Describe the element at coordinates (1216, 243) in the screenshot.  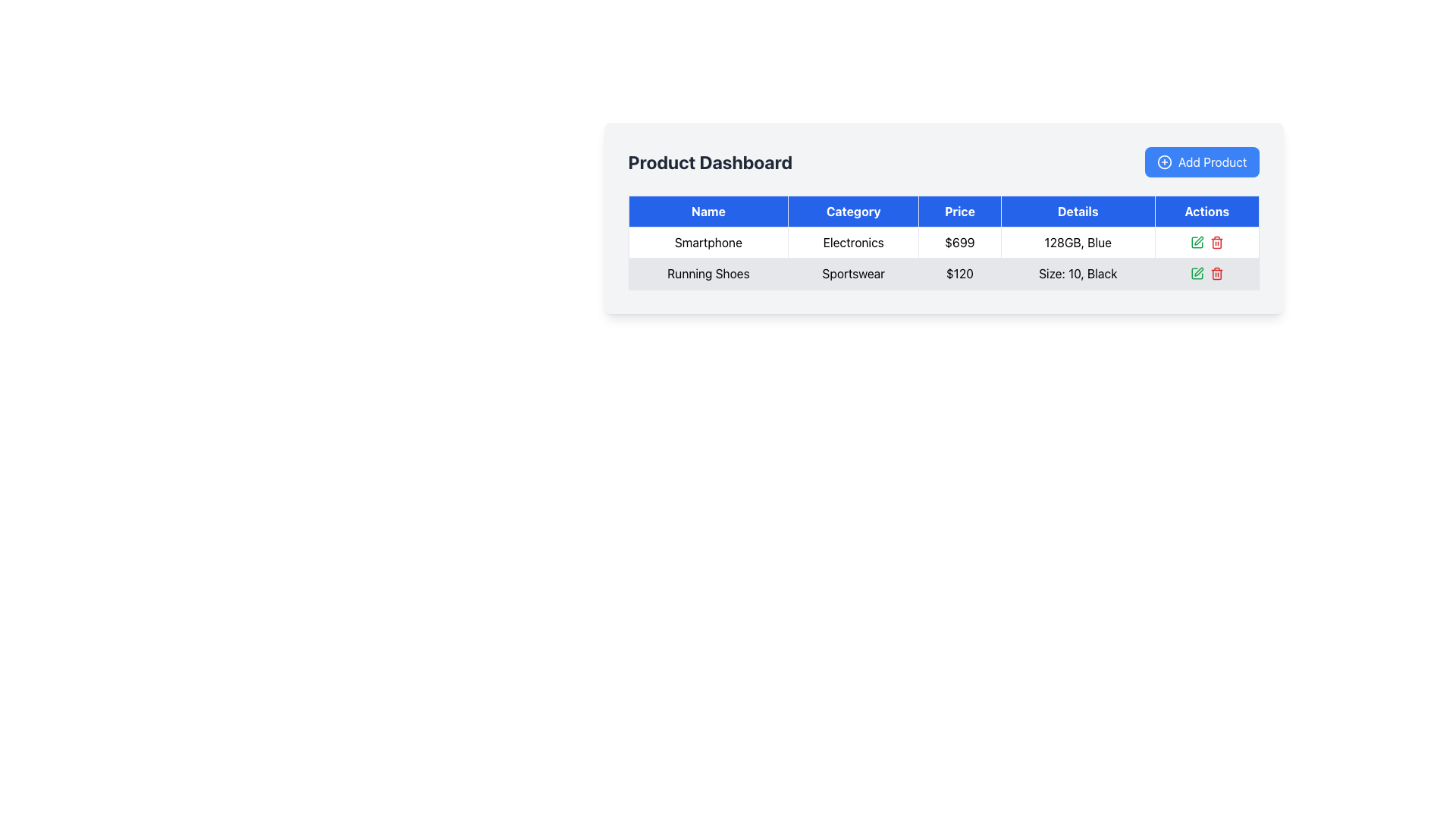
I see `the red-colored trash icon within the SVG icon in the 'Actions' column of the last row` at that location.